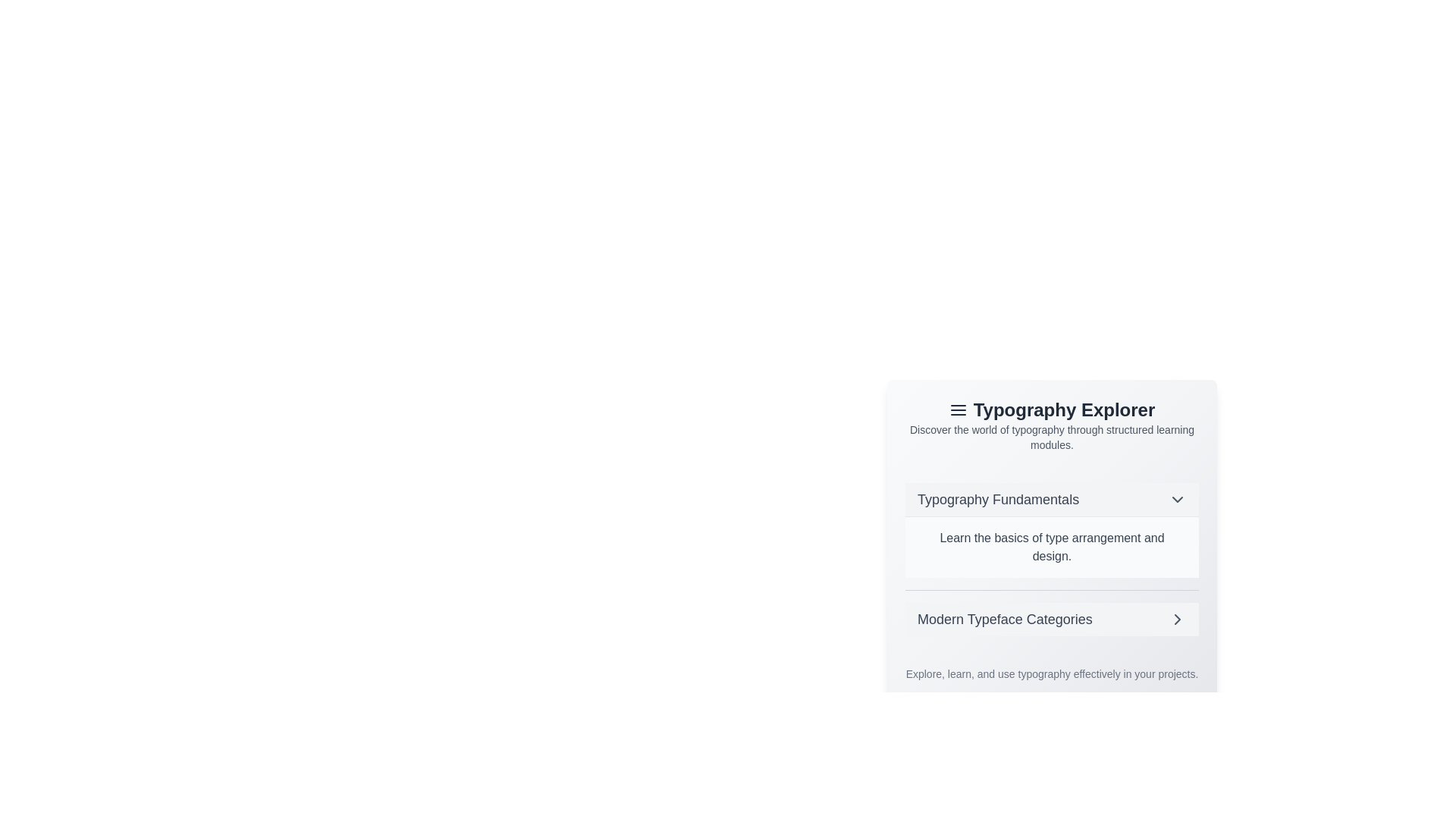 The width and height of the screenshot is (1456, 819). I want to click on the static text element reading 'Discover the world of typography through structured learning modules.' which is located beneath the heading 'Typography Explorer', so click(1051, 438).